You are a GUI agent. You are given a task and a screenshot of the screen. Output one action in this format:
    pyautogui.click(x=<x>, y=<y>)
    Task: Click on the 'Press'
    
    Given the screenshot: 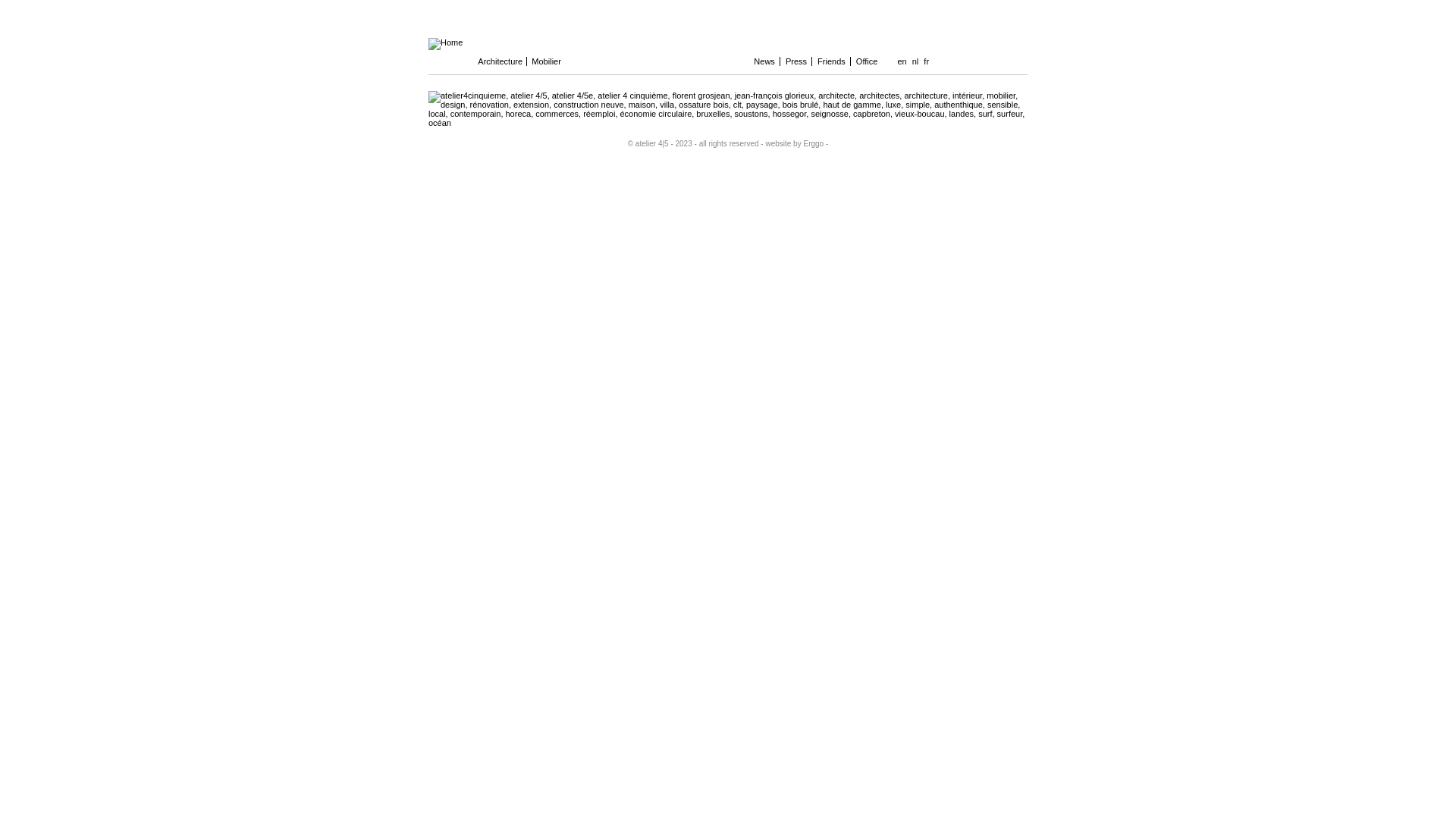 What is the action you would take?
    pyautogui.click(x=796, y=61)
    